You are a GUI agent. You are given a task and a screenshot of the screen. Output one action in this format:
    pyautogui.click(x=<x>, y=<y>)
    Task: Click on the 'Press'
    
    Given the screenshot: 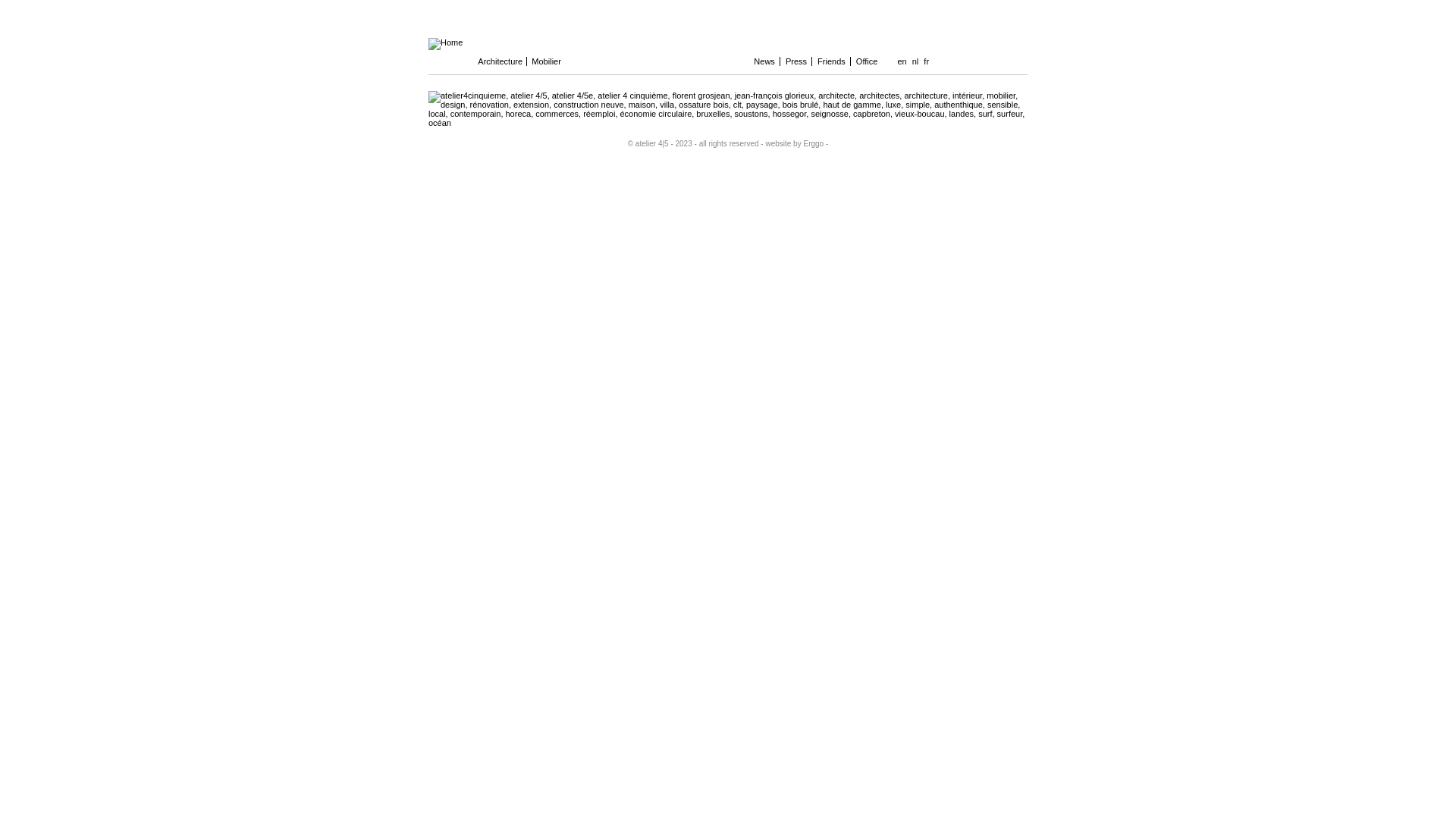 What is the action you would take?
    pyautogui.click(x=796, y=61)
    